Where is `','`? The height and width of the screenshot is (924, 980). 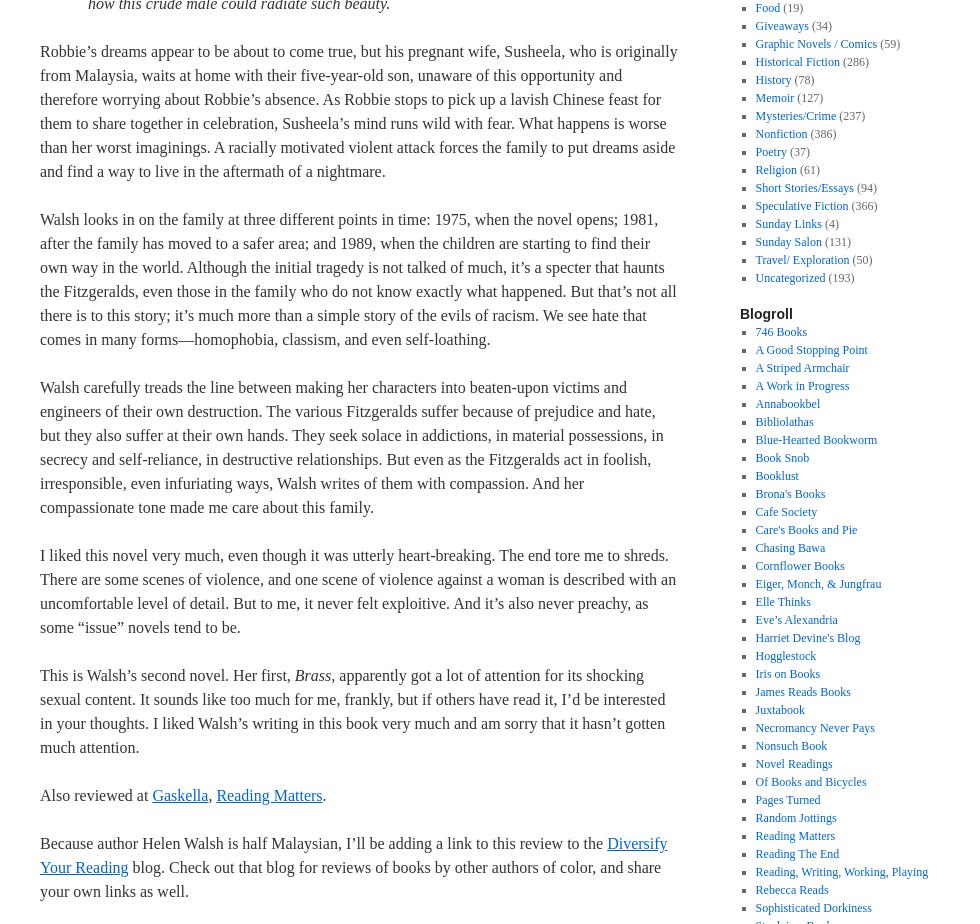
',' is located at coordinates (211, 795).